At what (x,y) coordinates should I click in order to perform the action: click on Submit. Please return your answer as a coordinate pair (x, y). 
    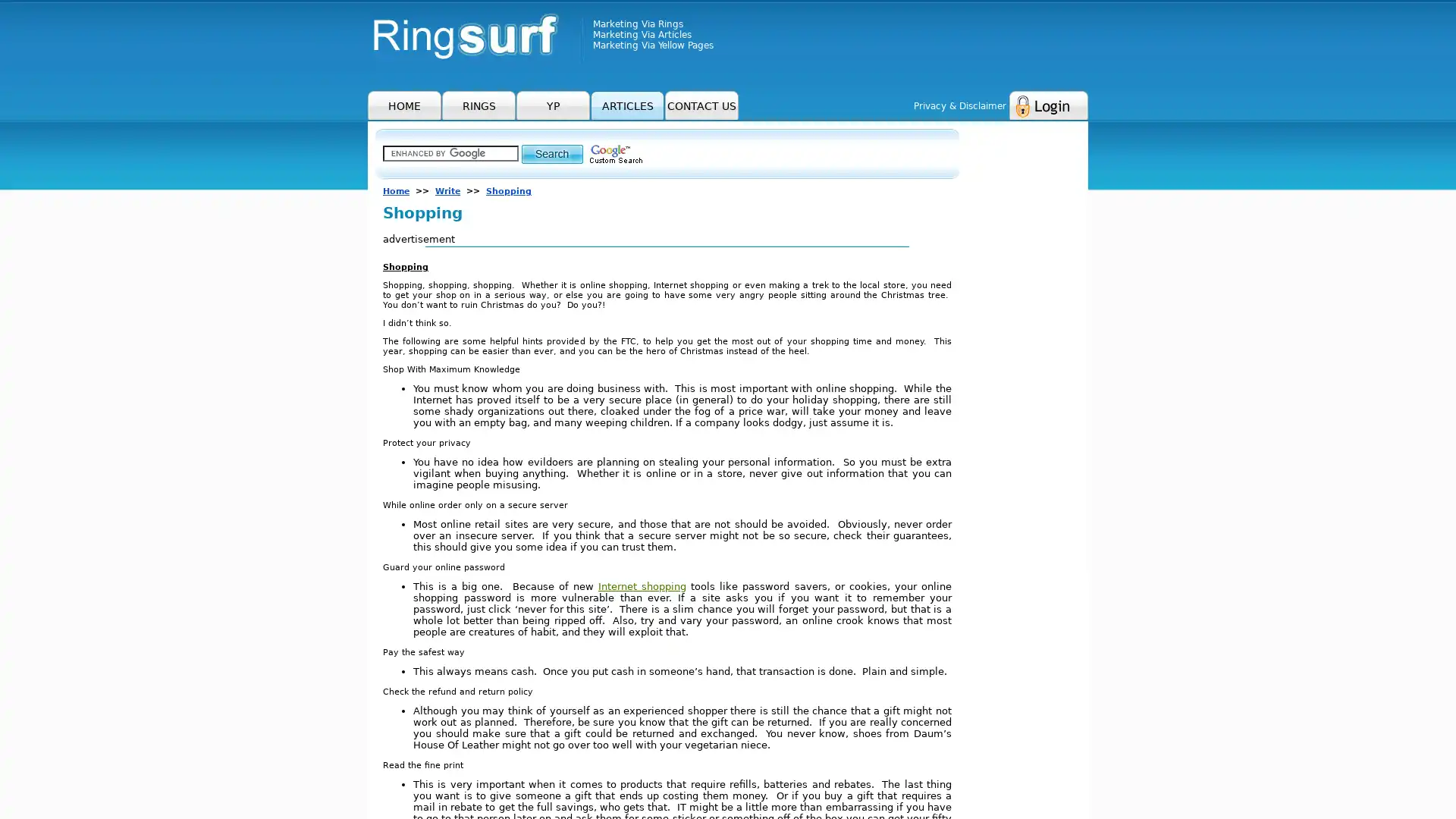
    Looking at the image, I should click on (551, 153).